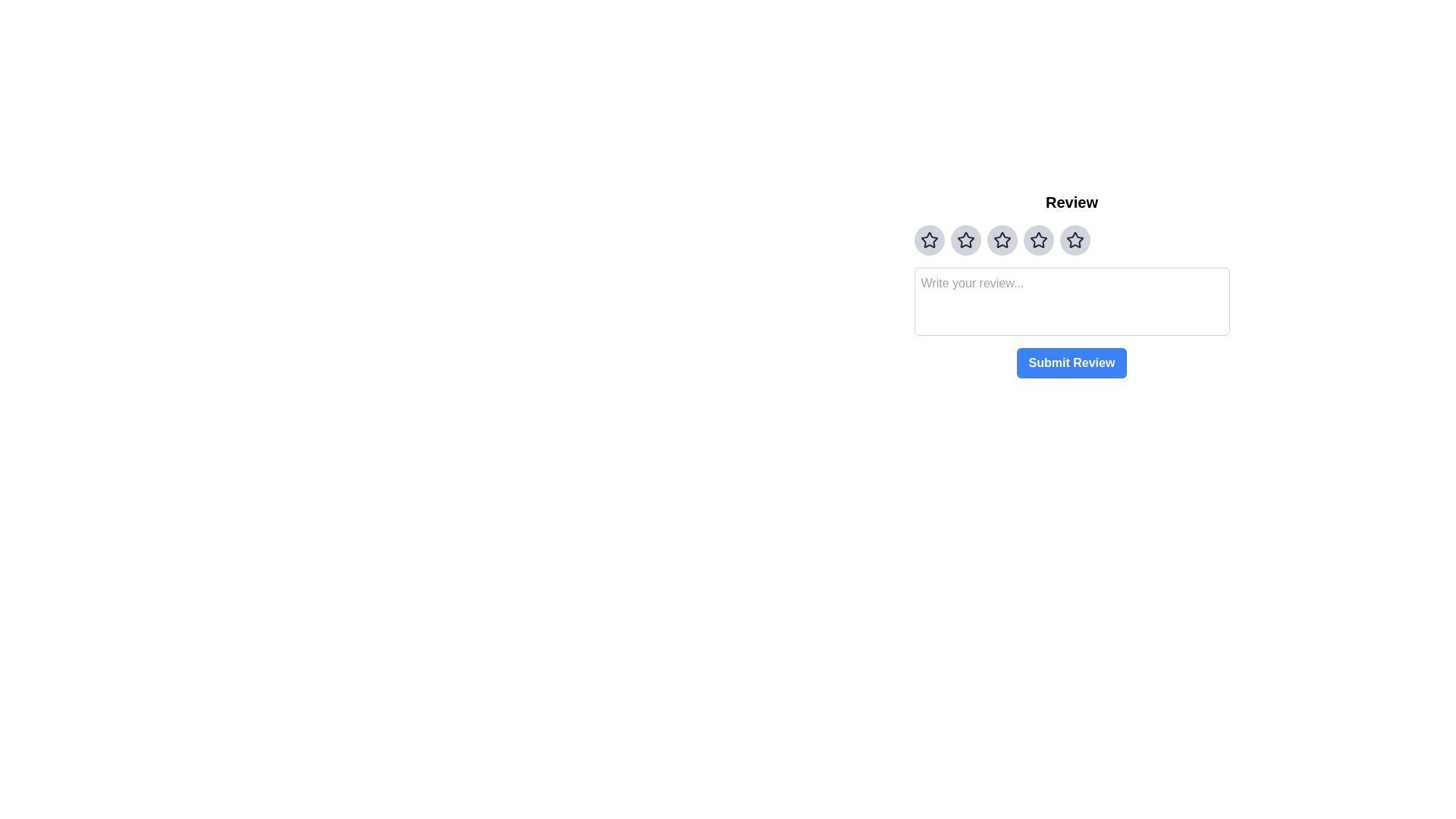 The height and width of the screenshot is (819, 1456). Describe the element at coordinates (1071, 362) in the screenshot. I see `the submit button located at the bottom of the review submission interface` at that location.